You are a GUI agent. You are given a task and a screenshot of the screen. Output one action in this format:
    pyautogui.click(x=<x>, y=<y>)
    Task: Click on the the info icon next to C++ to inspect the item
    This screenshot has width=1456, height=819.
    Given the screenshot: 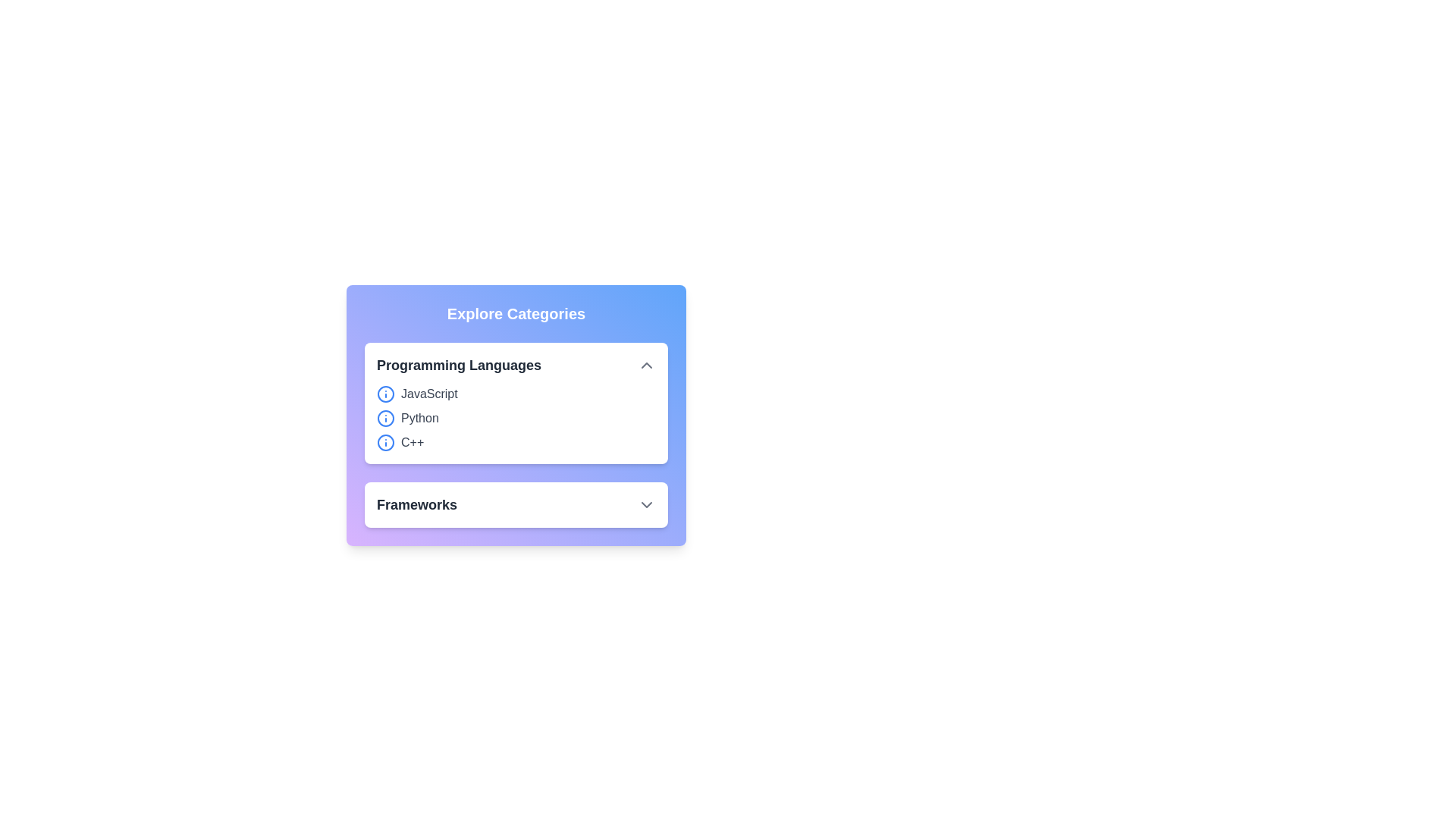 What is the action you would take?
    pyautogui.click(x=385, y=442)
    